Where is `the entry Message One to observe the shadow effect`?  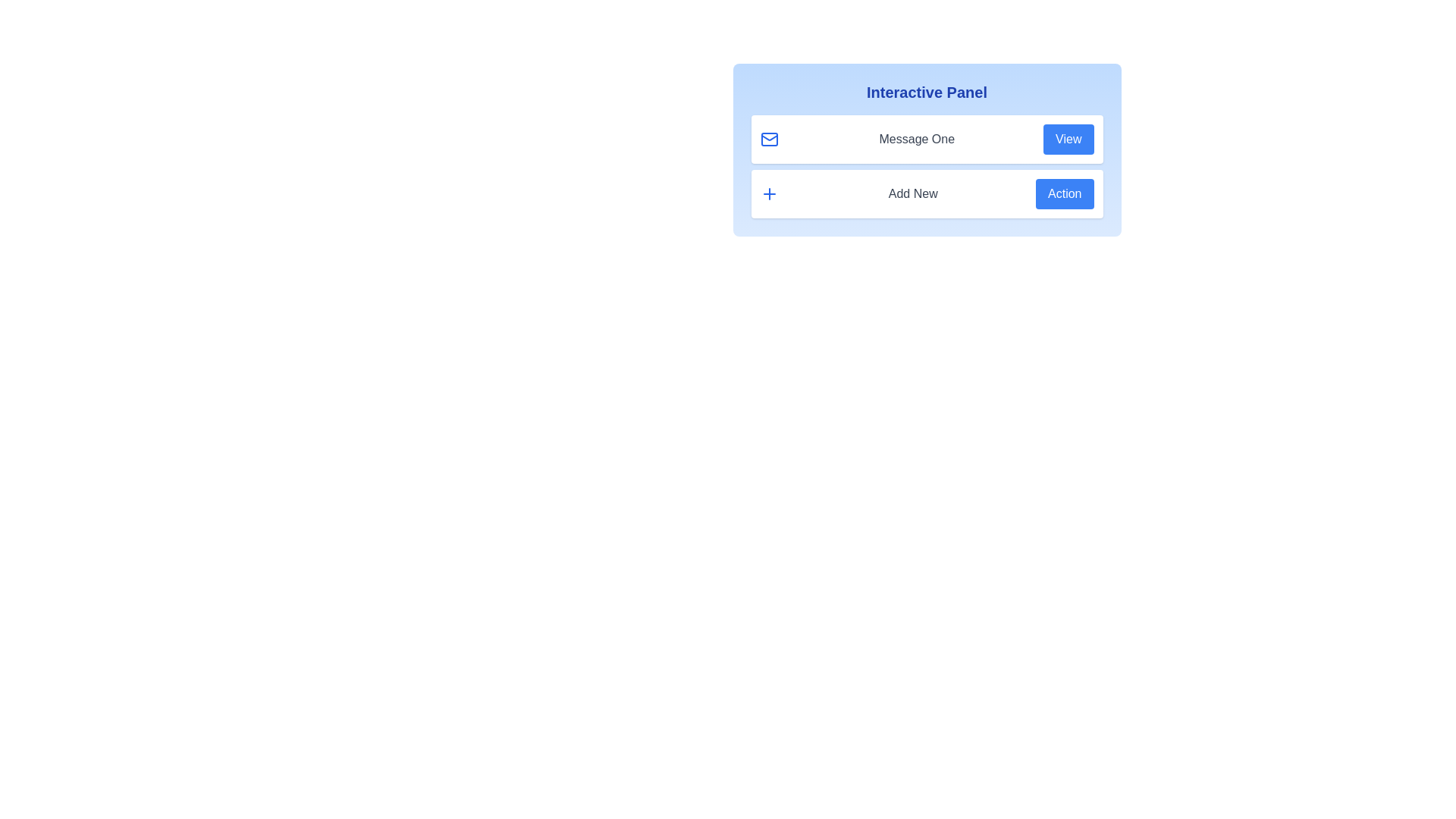 the entry Message One to observe the shadow effect is located at coordinates (926, 140).